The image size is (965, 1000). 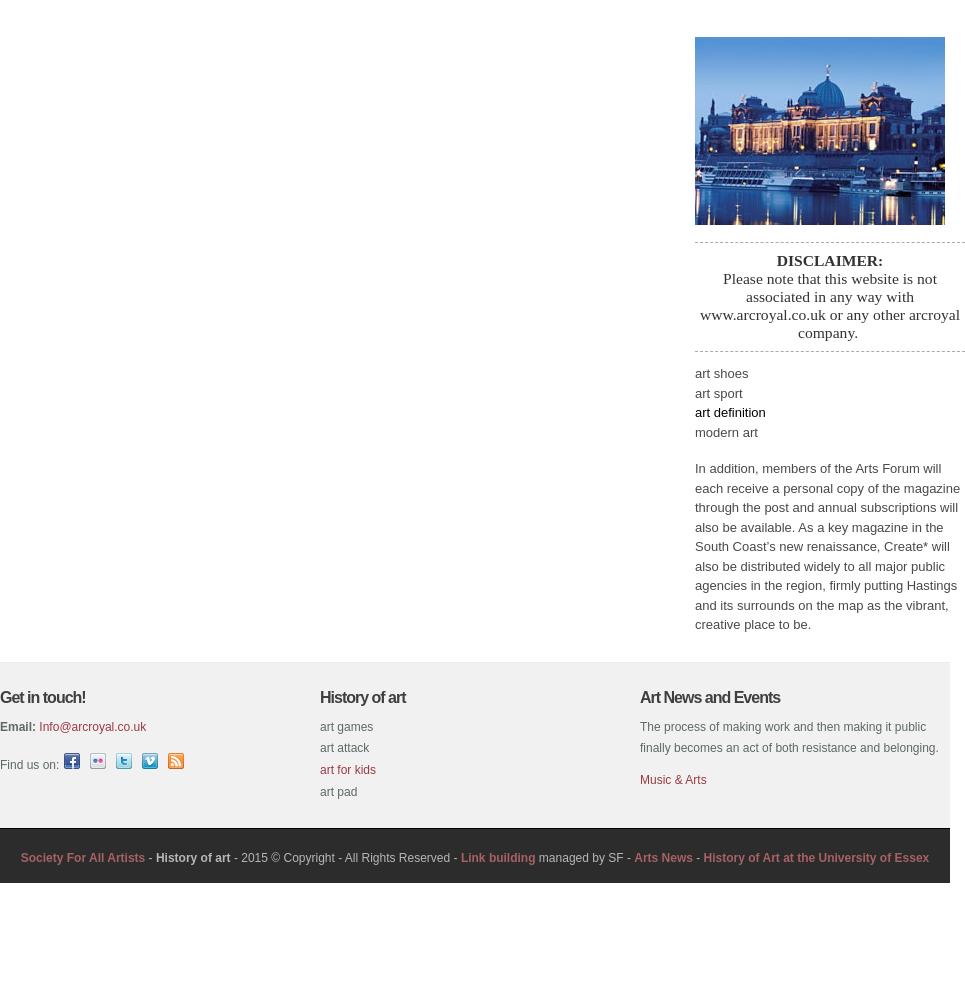 I want to click on 'art pad', so click(x=338, y=791).